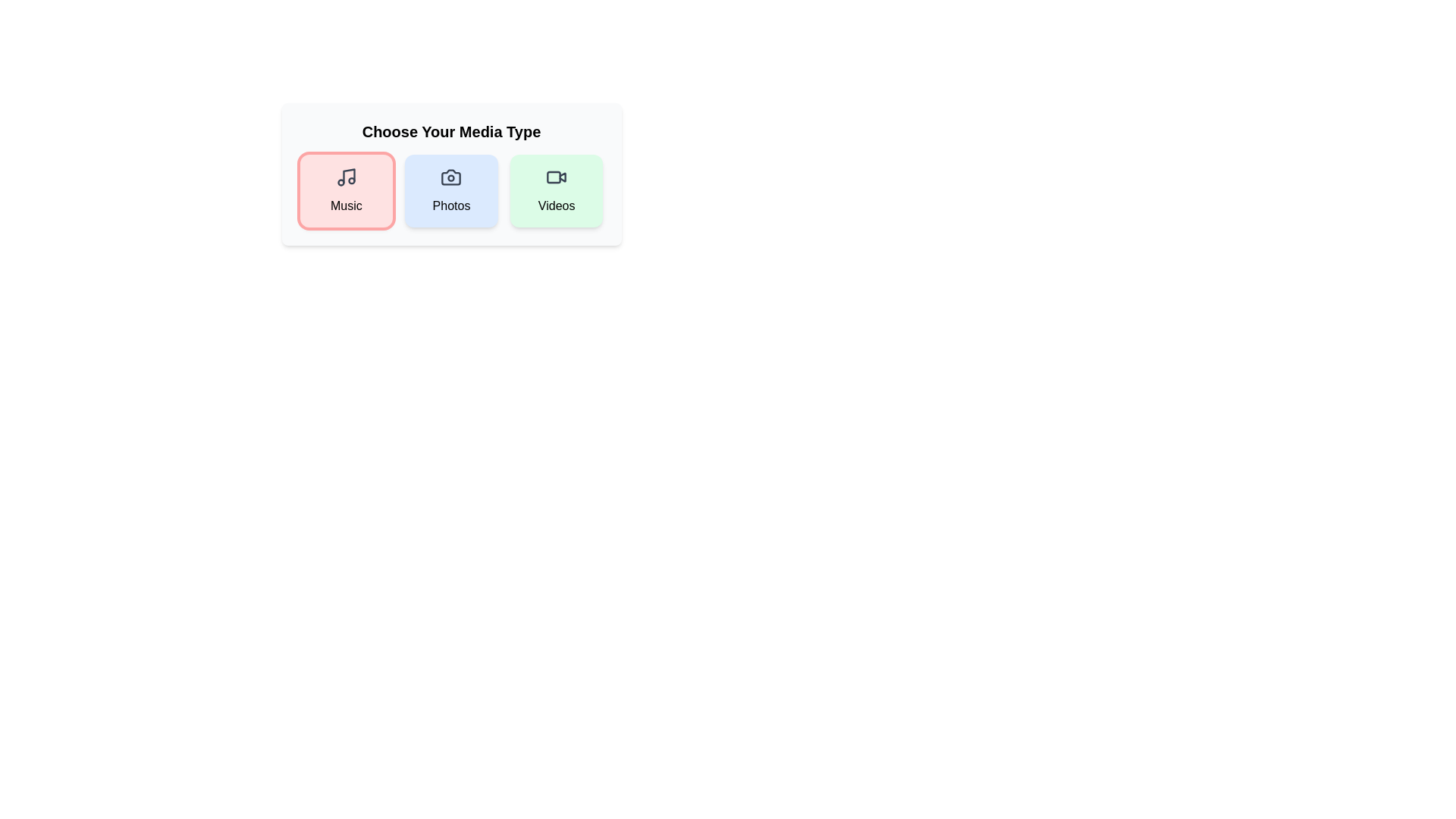 This screenshot has width=1456, height=819. What do you see at coordinates (553, 177) in the screenshot?
I see `the inner box of the video icon, which is part of the 'Videos' card, located at the far right of the row of cards labeled 'Music', 'Photos', and 'Videos'` at bounding box center [553, 177].